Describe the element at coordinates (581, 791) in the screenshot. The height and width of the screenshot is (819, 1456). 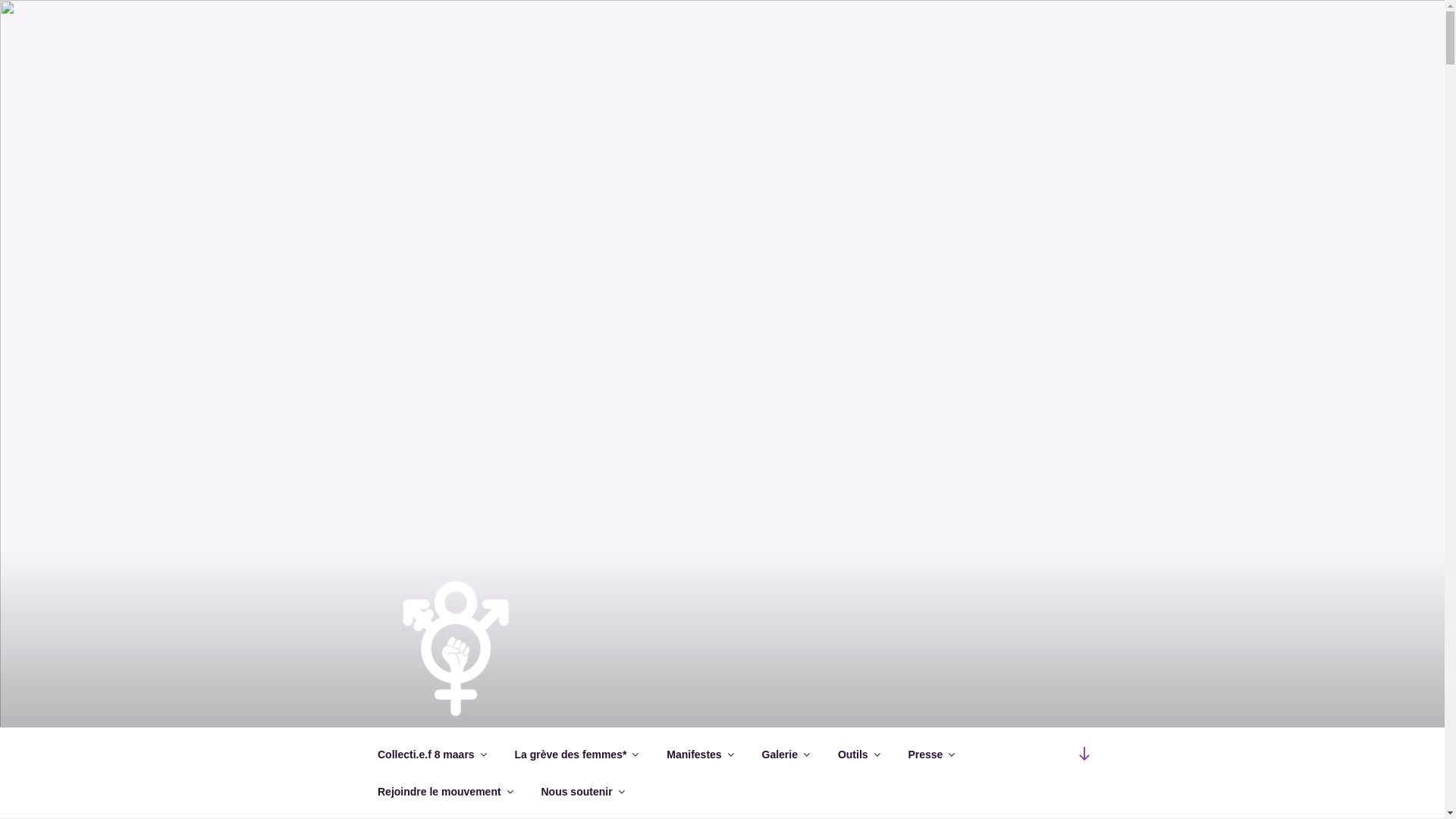
I see `'Nous soutenir'` at that location.